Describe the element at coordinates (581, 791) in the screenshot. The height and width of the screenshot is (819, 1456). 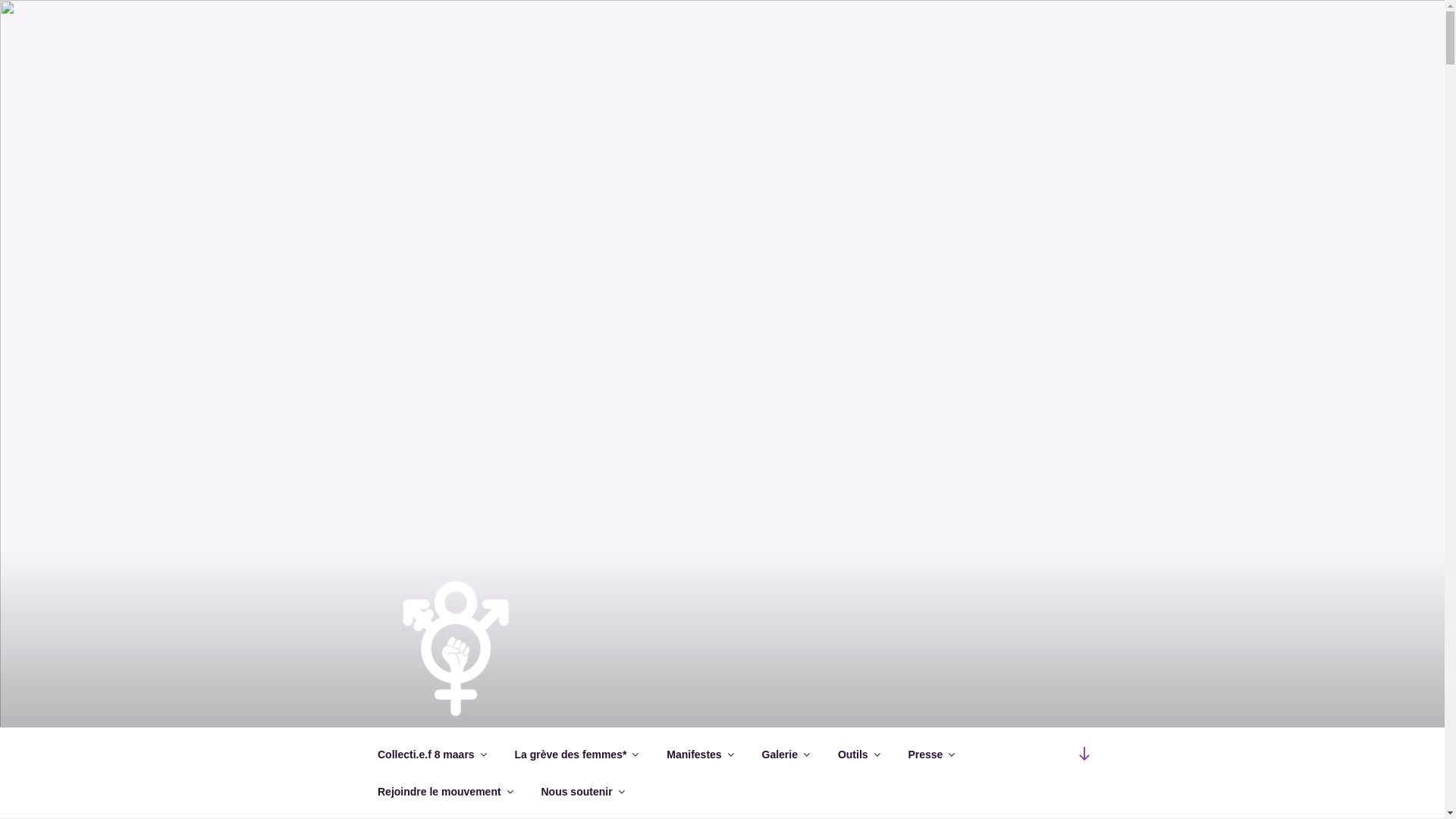
I see `'Nous soutenir'` at that location.